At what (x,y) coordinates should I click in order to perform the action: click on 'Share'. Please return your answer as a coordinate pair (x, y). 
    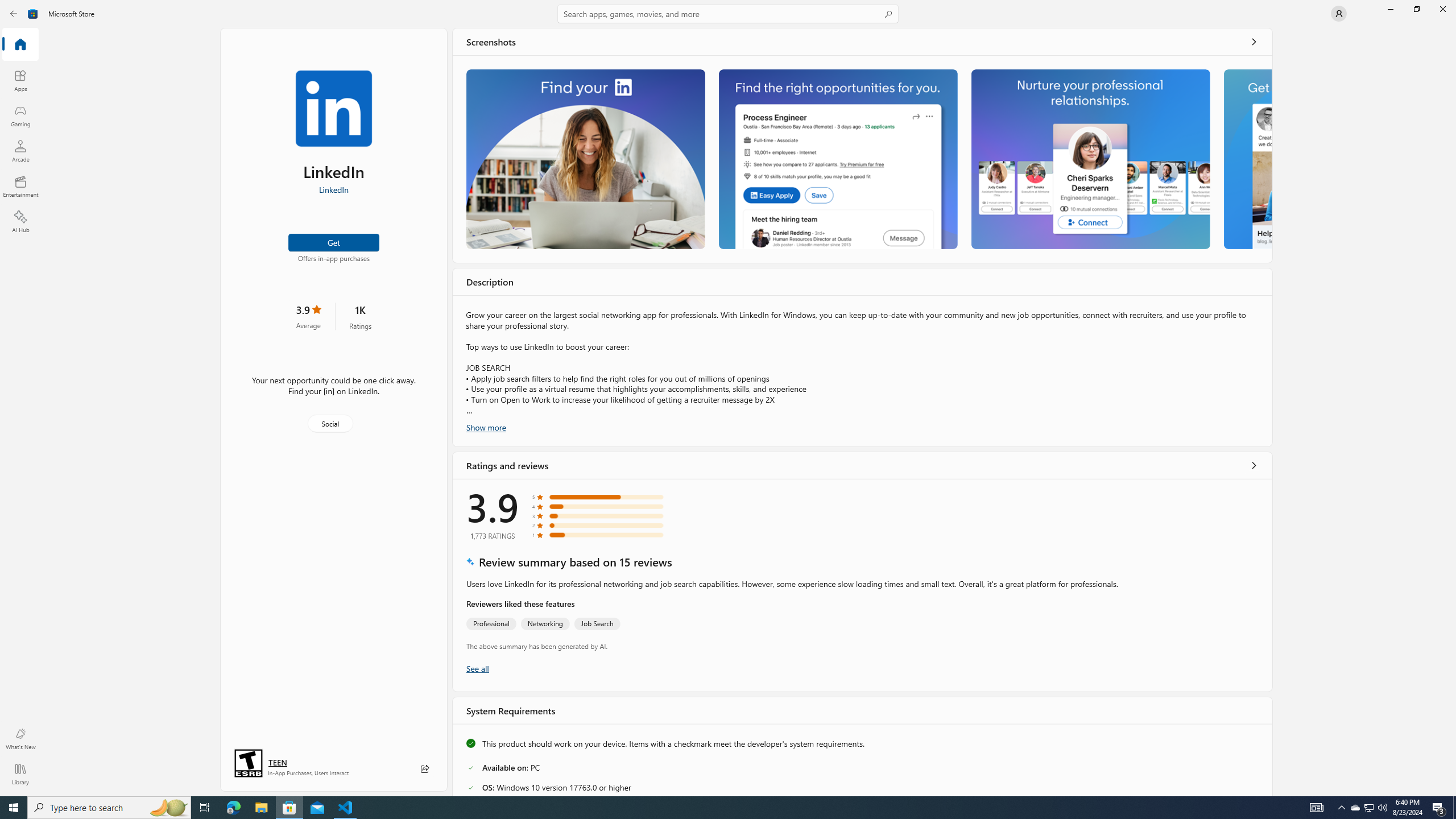
    Looking at the image, I should click on (424, 768).